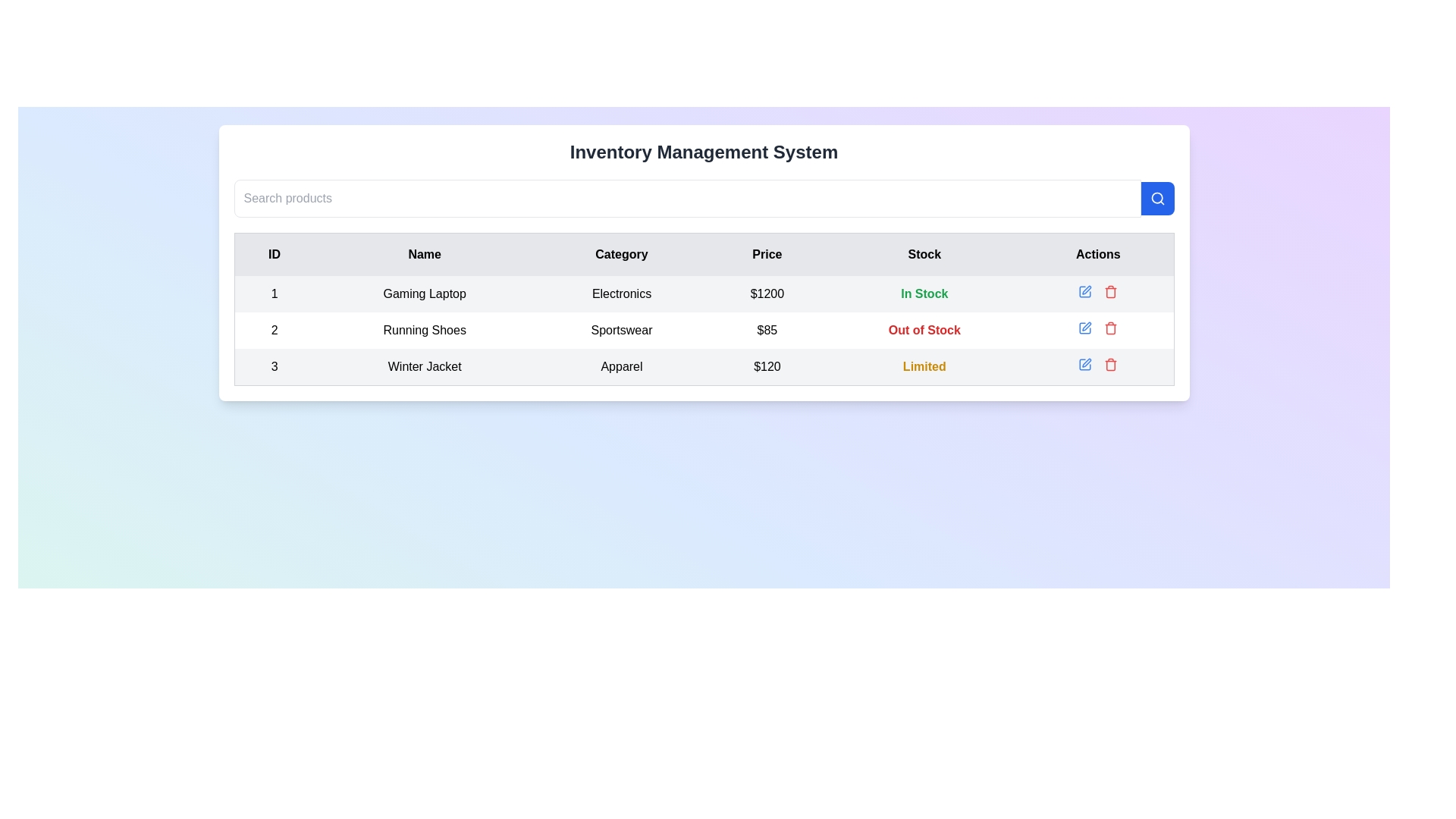 Image resolution: width=1456 pixels, height=819 pixels. Describe the element at coordinates (767, 367) in the screenshot. I see `the static text label displaying the price '$120' for the 'Winter Jacket' in the 'Price' column of the table, which is the fourth element among its siblings` at that location.